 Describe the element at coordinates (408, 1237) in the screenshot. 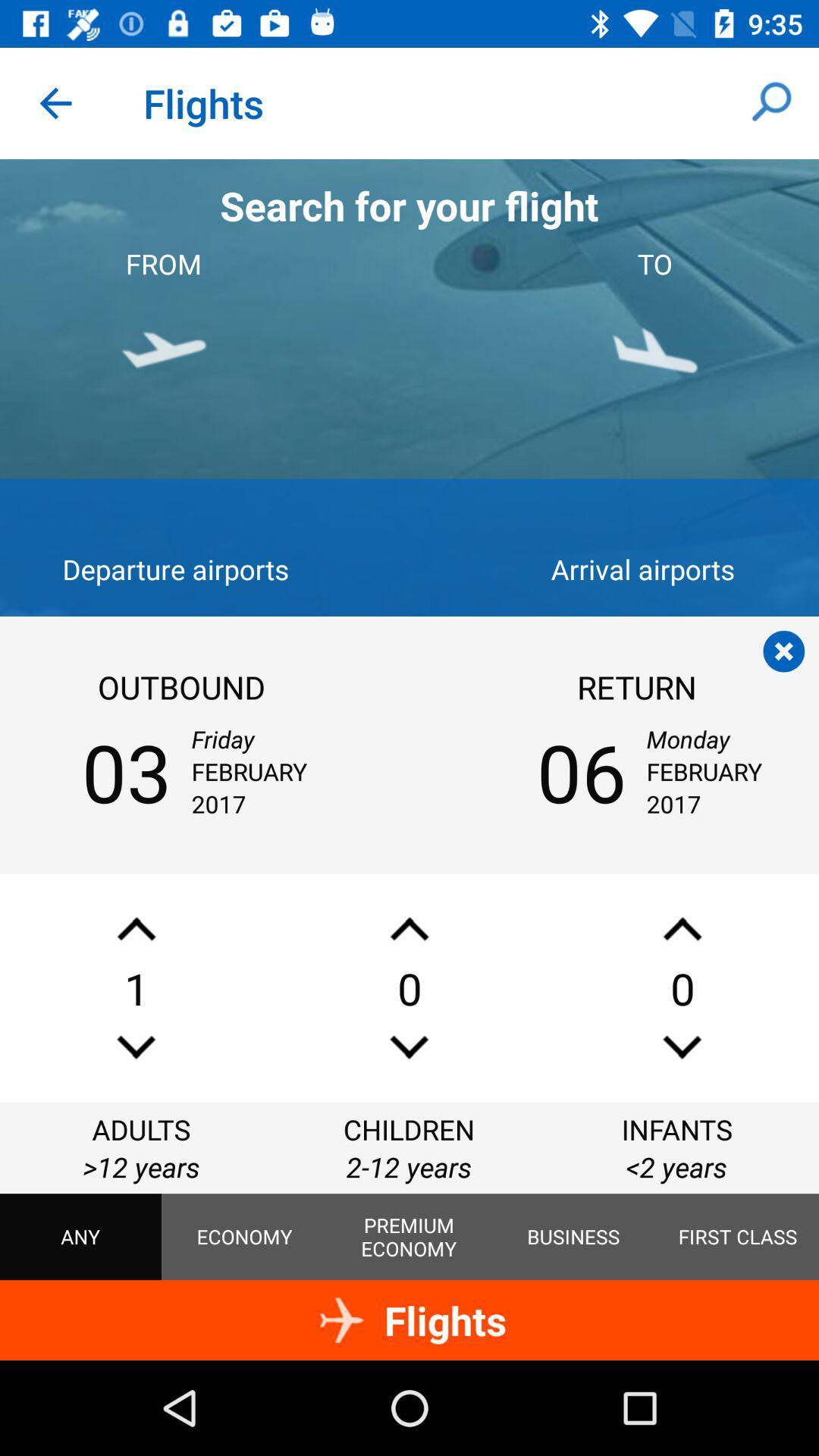

I see `the icon below the 2-12 years` at that location.